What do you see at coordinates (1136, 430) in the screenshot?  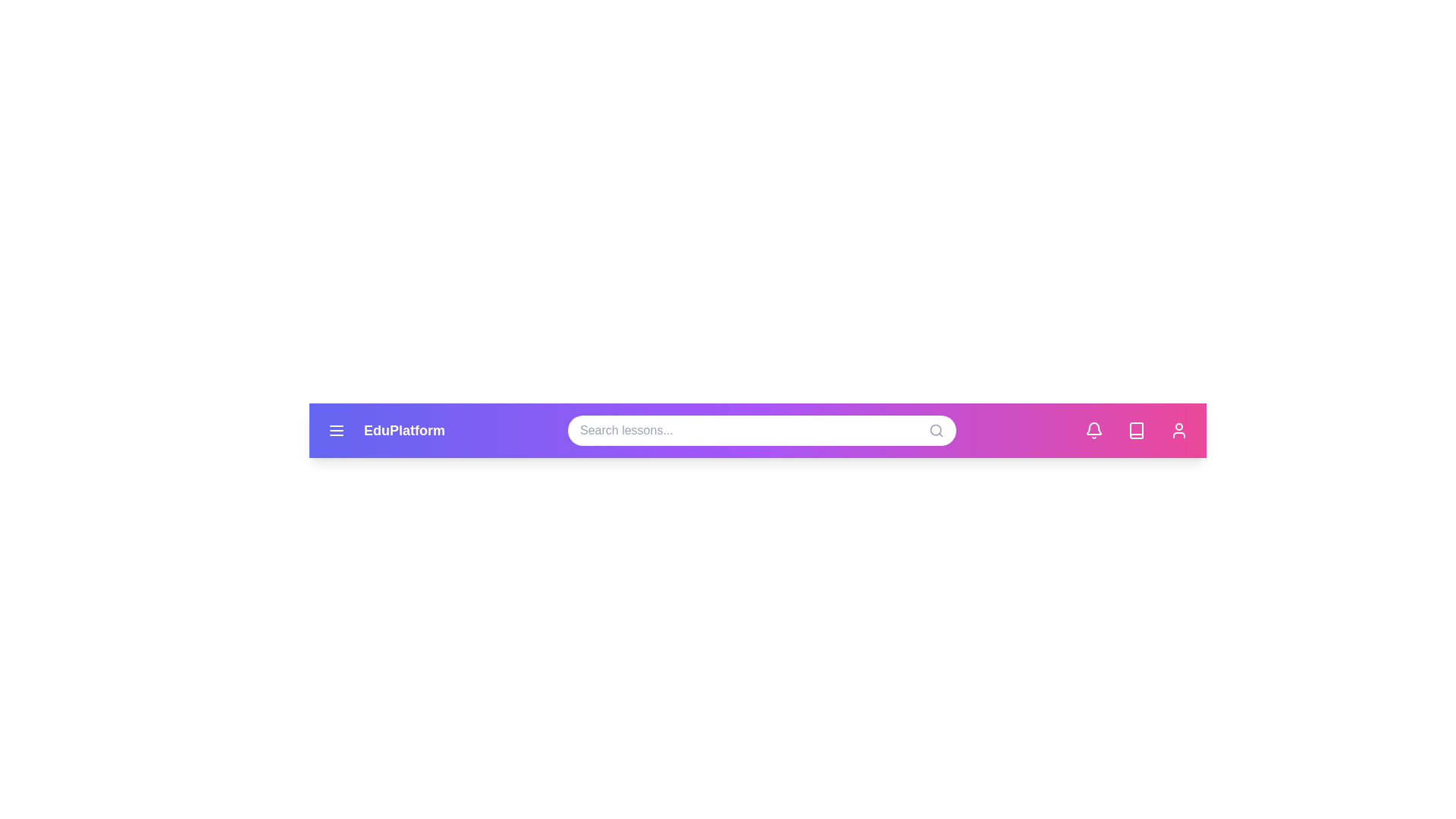 I see `the book icon to navigate to the library` at bounding box center [1136, 430].